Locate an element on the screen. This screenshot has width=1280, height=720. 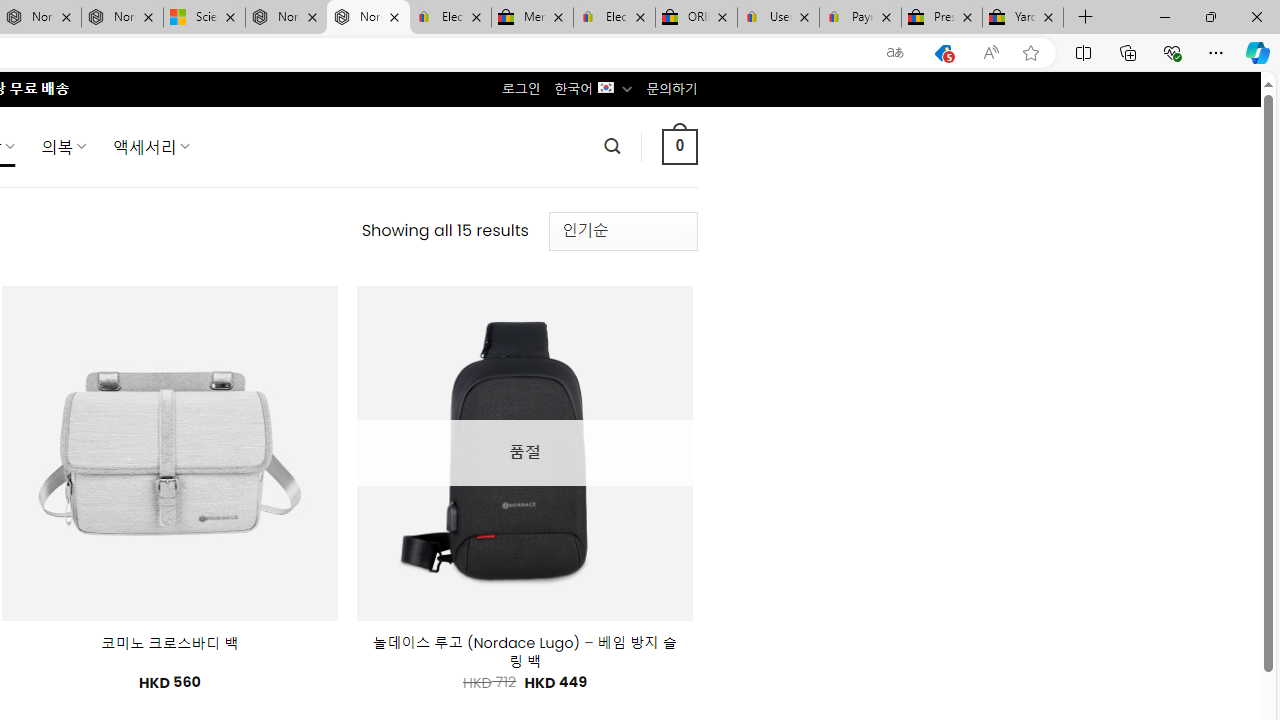
'Electronics, Cars, Fashion, Collectibles & More | eBay' is located at coordinates (613, 17).